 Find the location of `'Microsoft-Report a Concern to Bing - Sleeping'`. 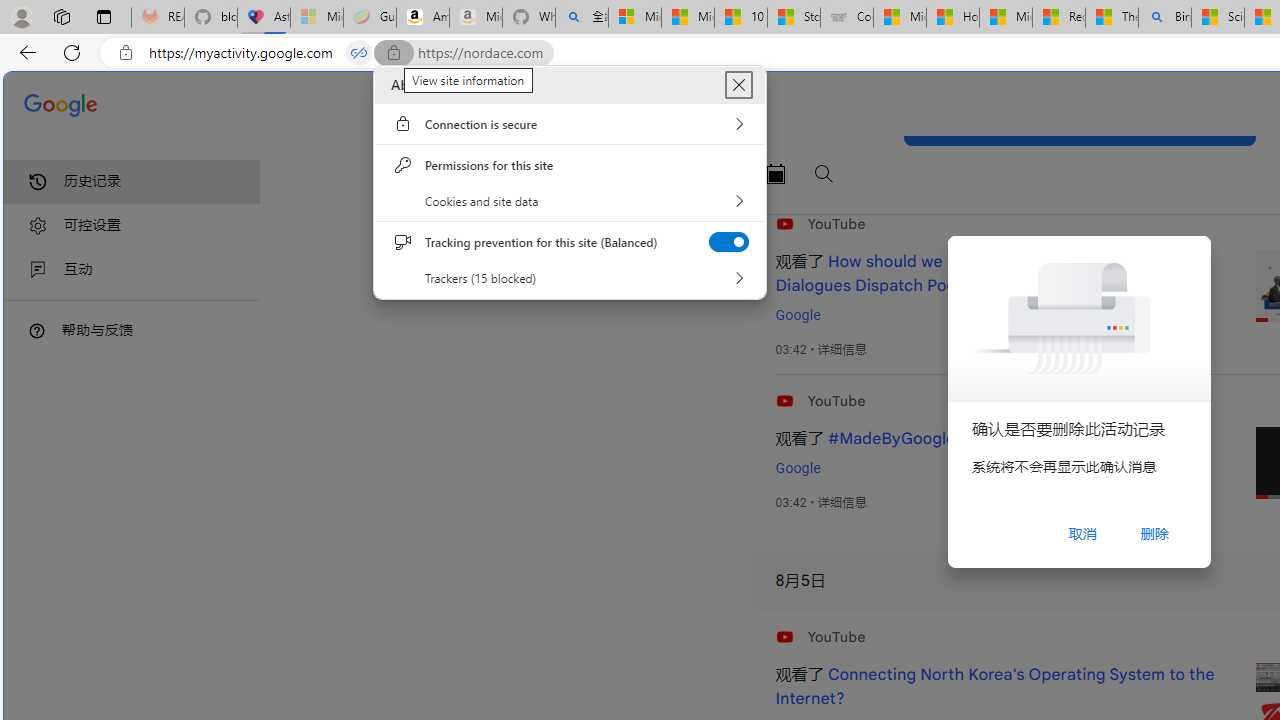

'Microsoft-Report a Concern to Bing - Sleeping' is located at coordinates (315, 17).